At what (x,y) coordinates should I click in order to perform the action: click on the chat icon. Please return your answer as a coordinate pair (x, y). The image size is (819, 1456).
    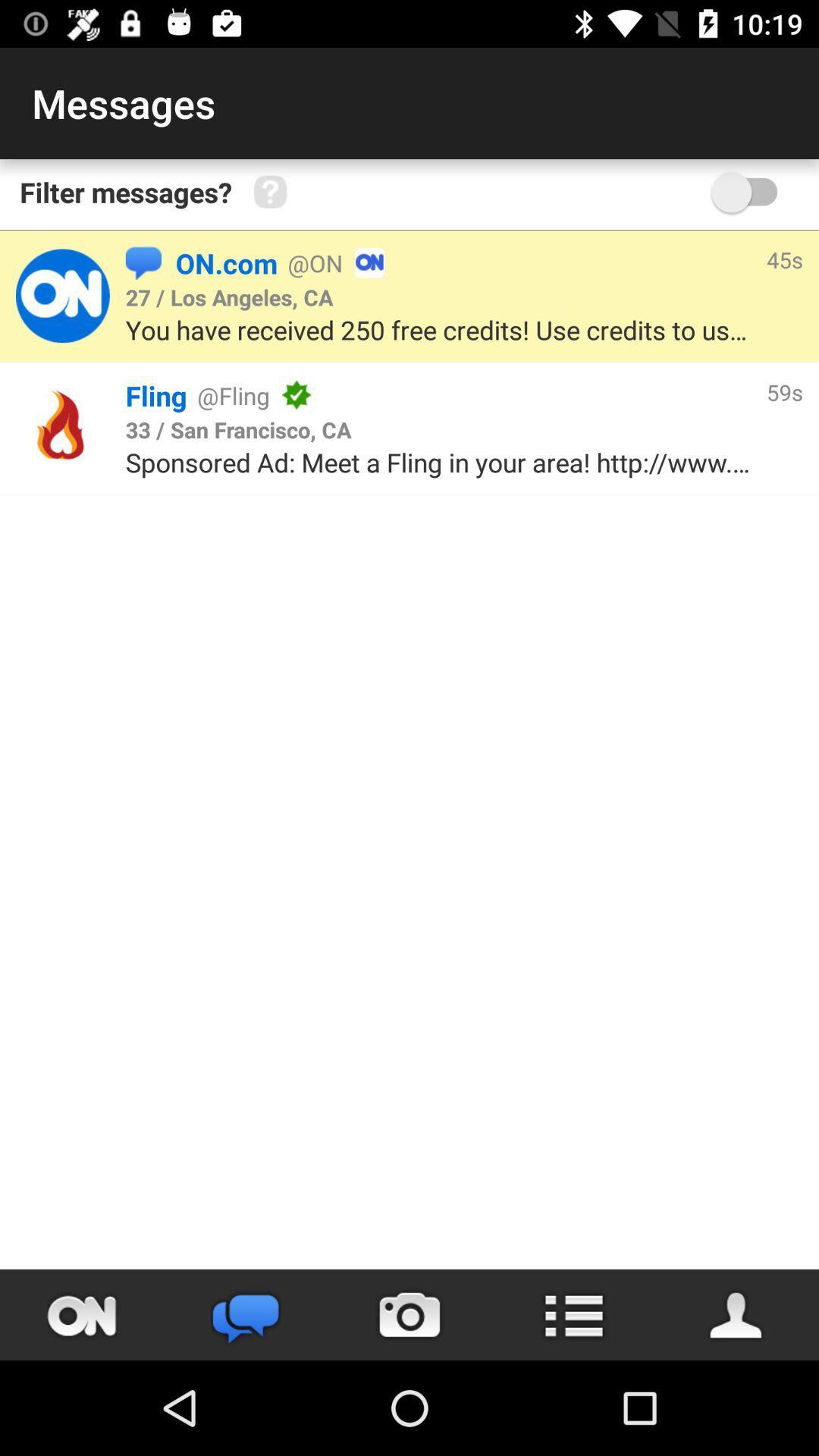
    Looking at the image, I should click on (245, 1314).